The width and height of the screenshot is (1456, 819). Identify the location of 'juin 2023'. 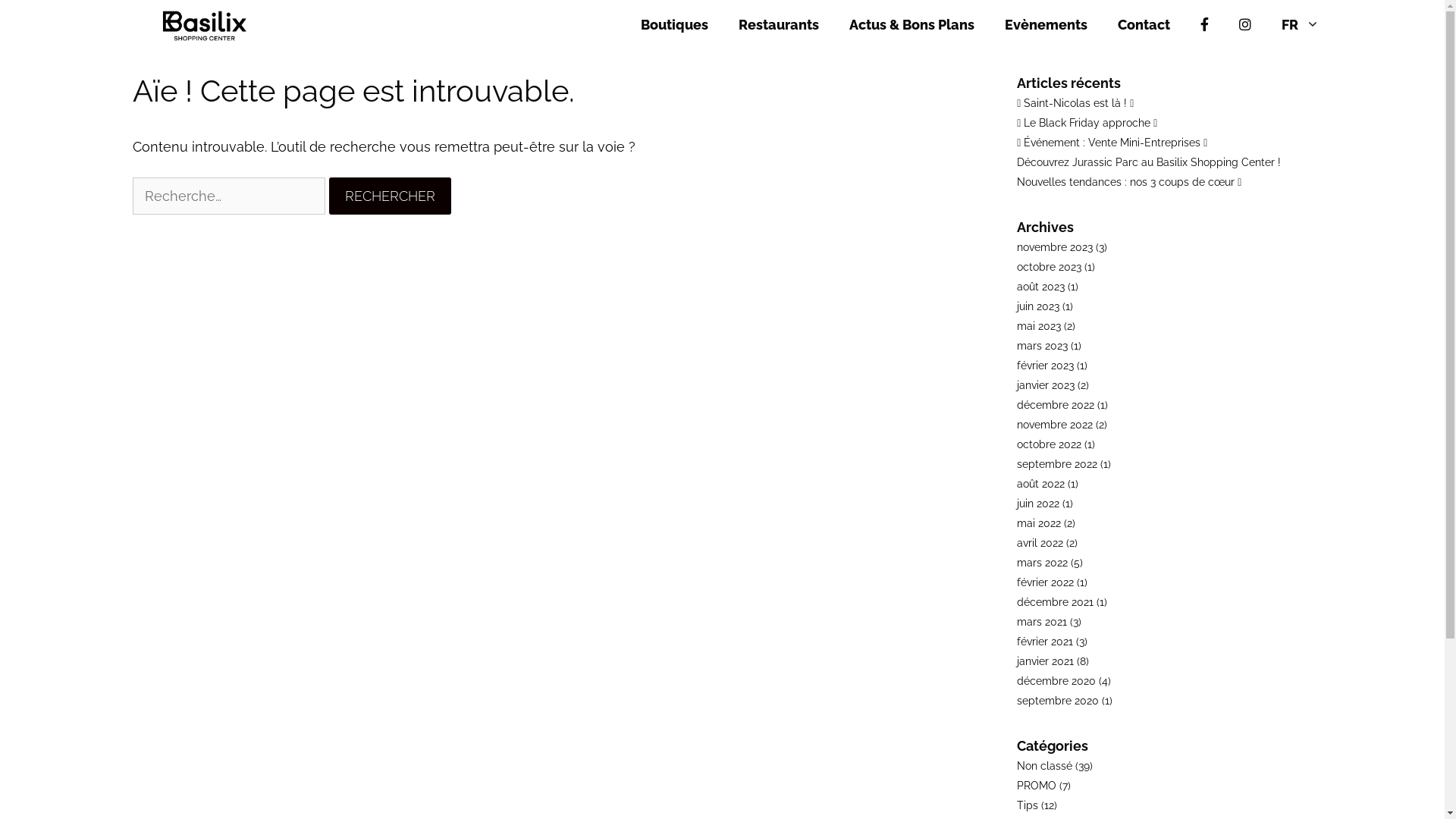
(1016, 306).